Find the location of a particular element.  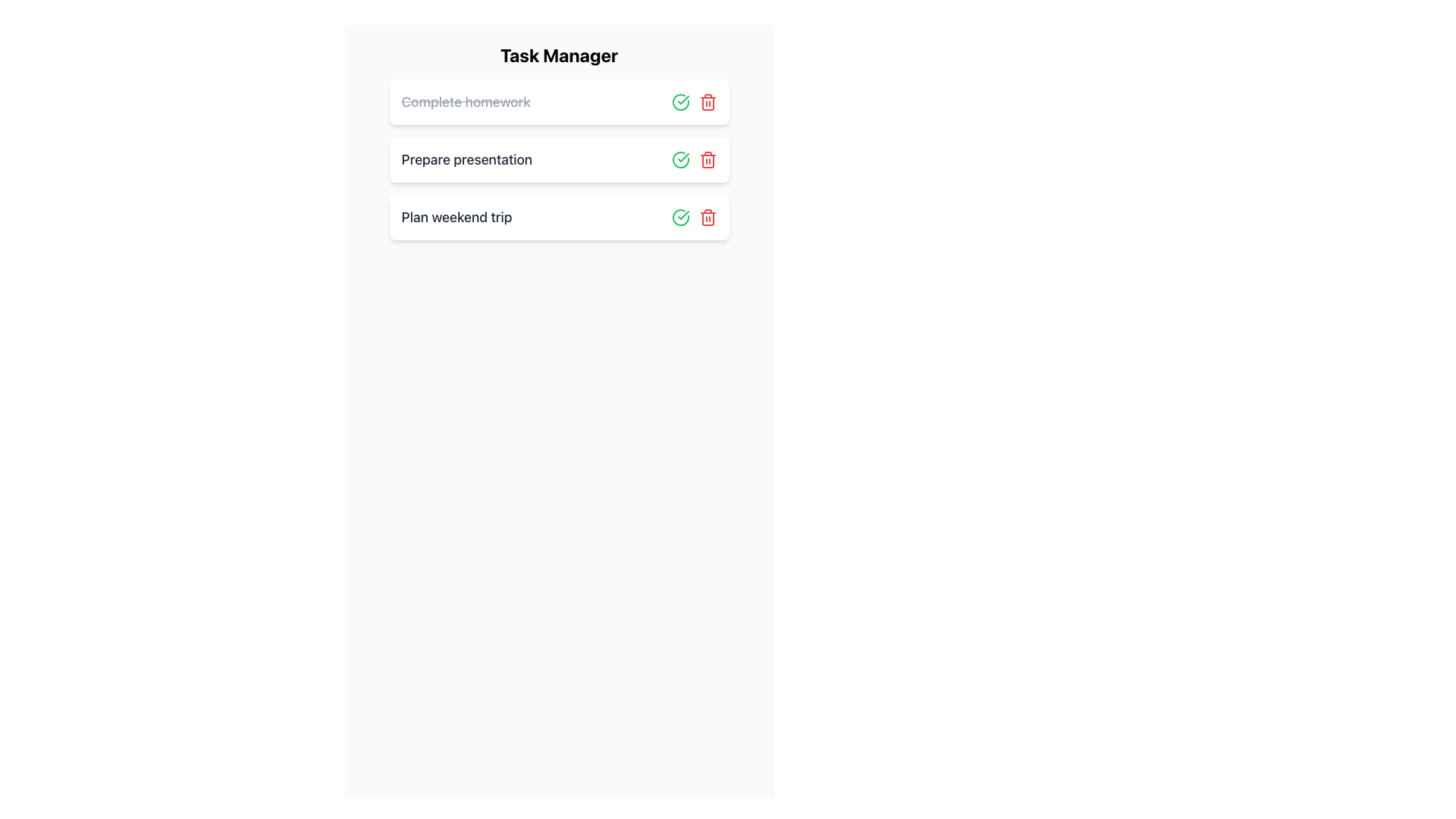

the circular green checkmark icon located inside the white button, which is aligned to the right of the 'Complete homework' task entry is located at coordinates (679, 217).